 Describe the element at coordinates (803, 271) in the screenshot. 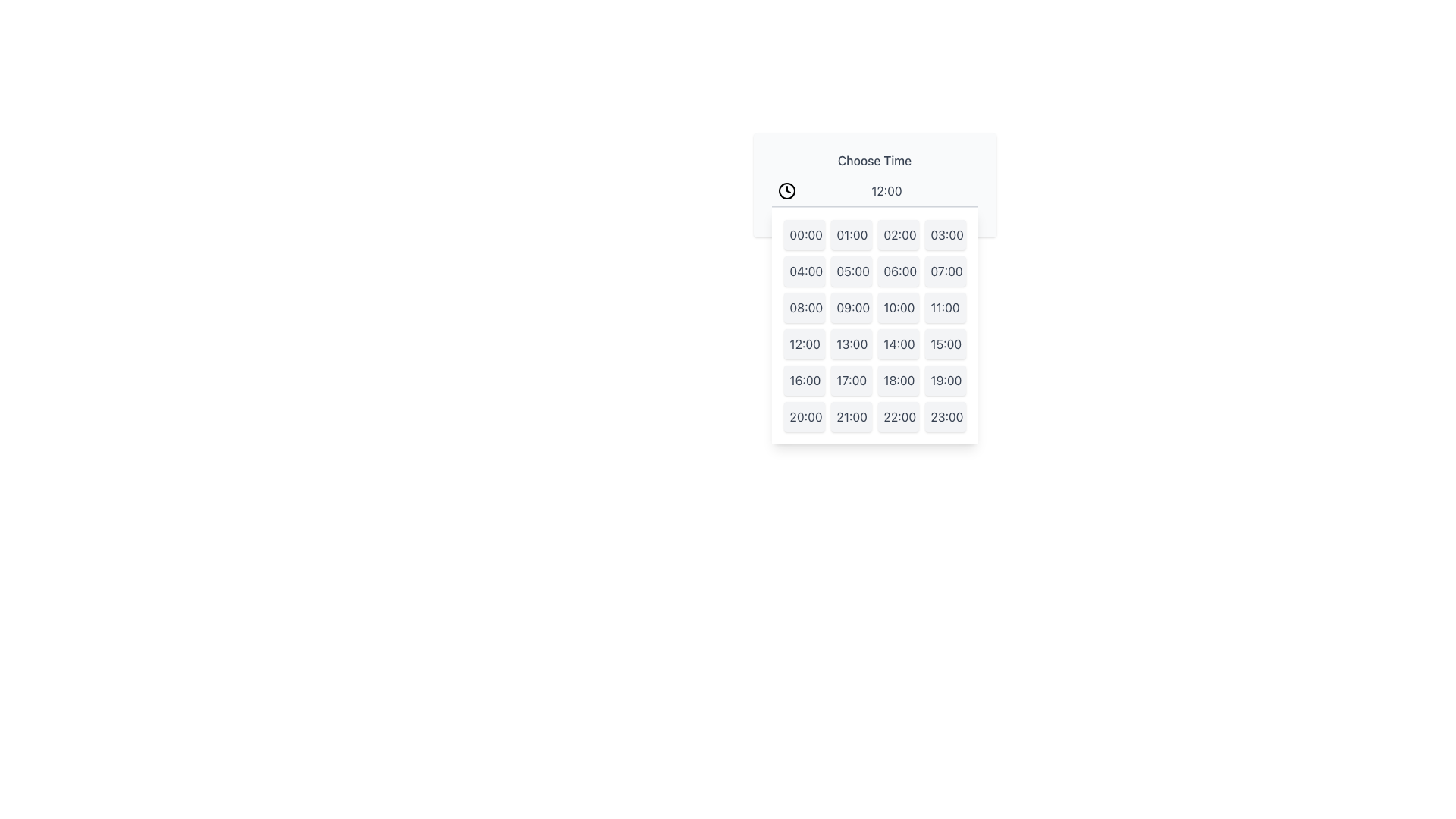

I see `the button in the grid layout` at that location.